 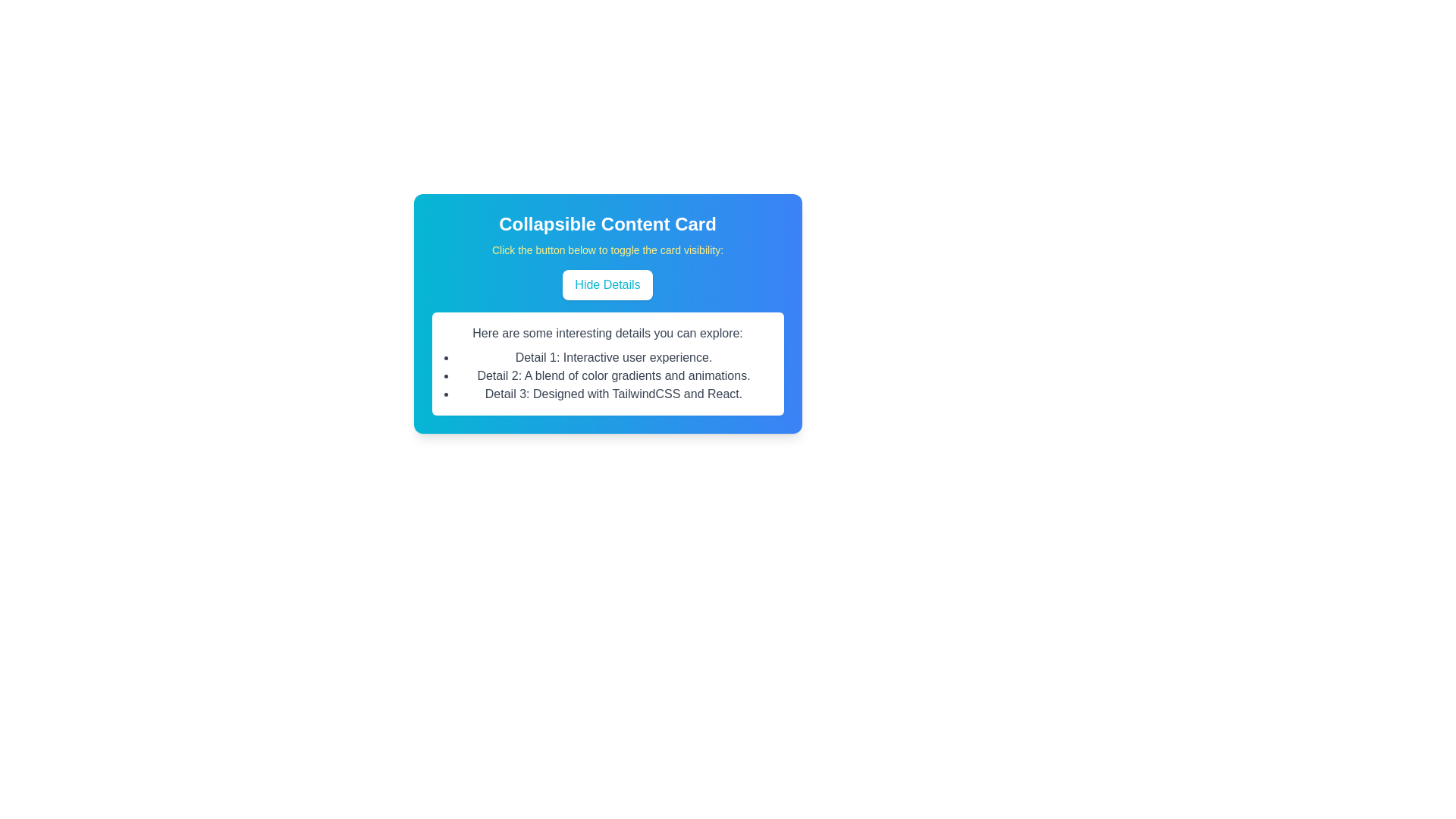 I want to click on the second list item text within the collapsible content card that describes a feature, specifically the text 'Detail 2: Offers seamless integration.', so click(x=613, y=375).